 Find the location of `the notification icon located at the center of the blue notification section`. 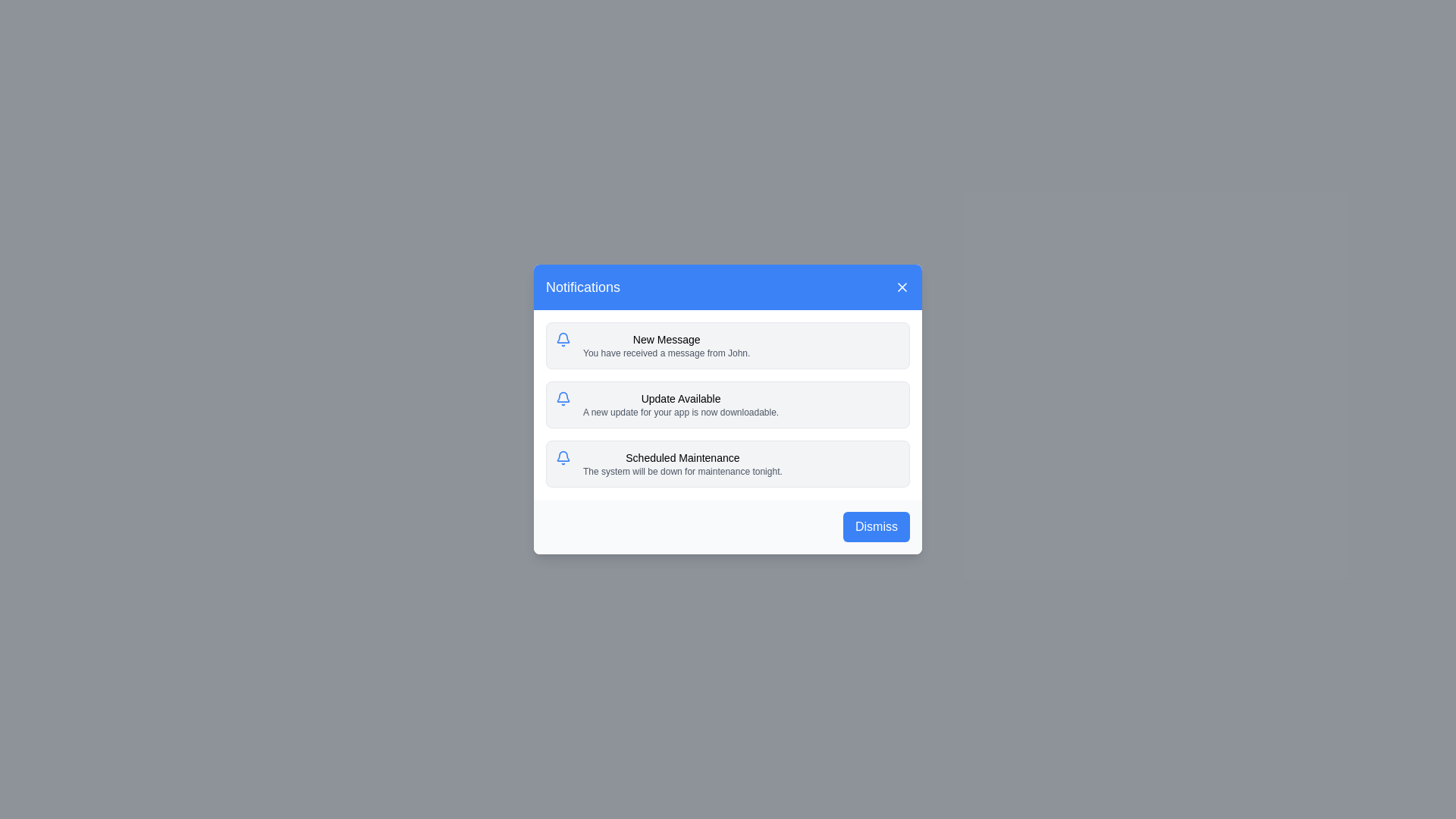

the notification icon located at the center of the blue notification section is located at coordinates (563, 455).